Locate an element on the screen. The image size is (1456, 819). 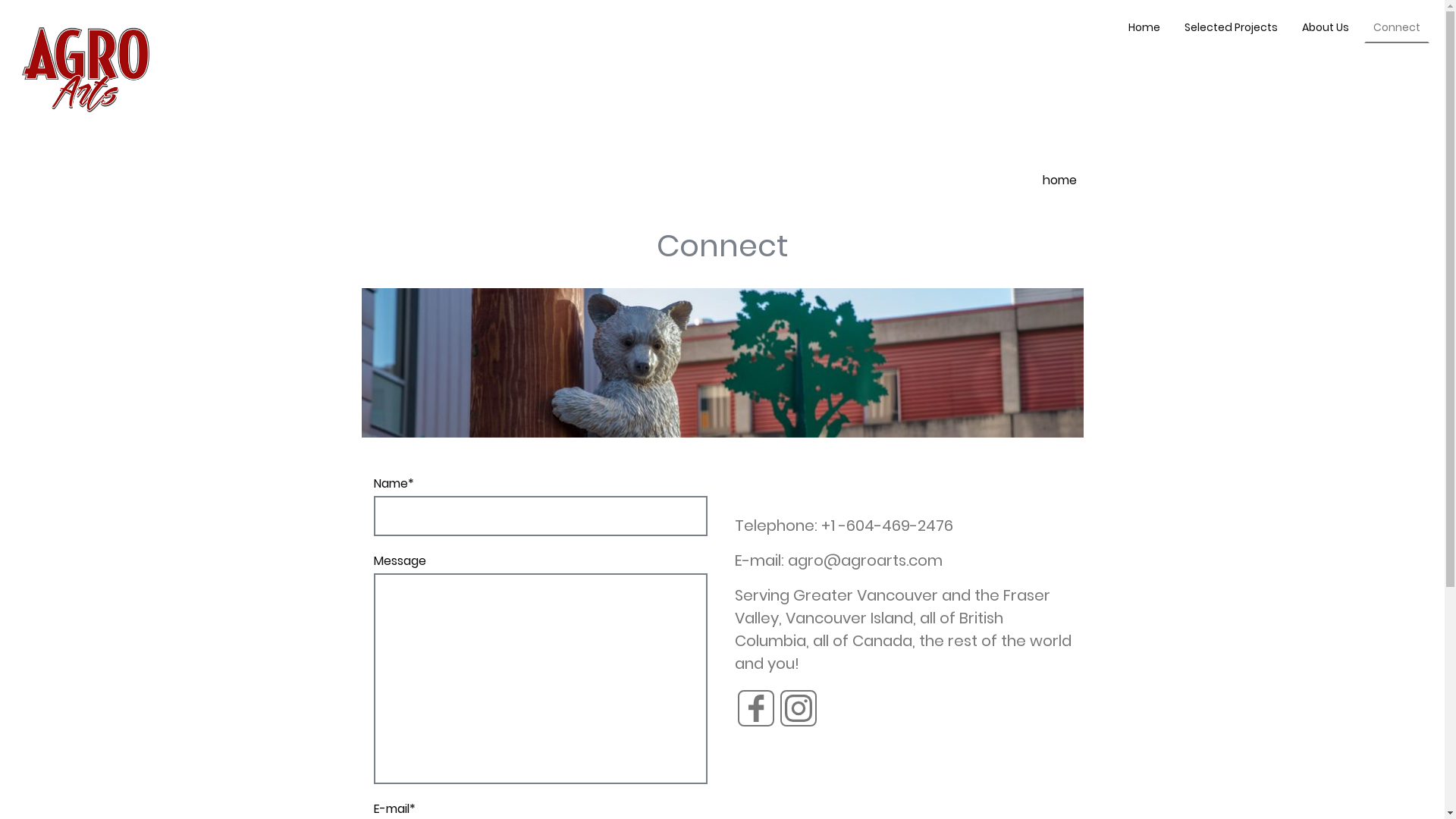
'home' is located at coordinates (1059, 179).